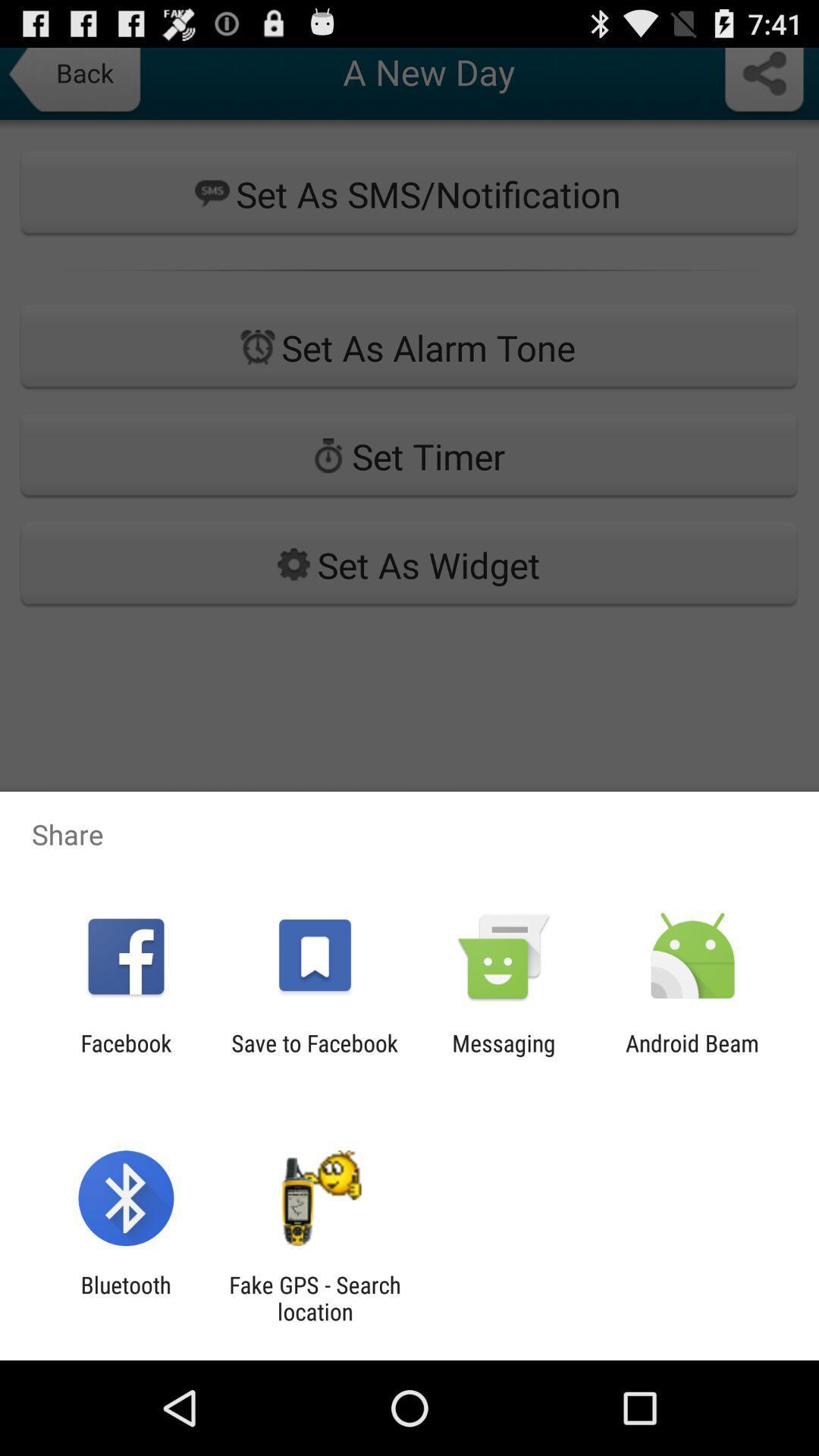 This screenshot has width=819, height=1456. Describe the element at coordinates (314, 1056) in the screenshot. I see `the icon to the right of facebook icon` at that location.